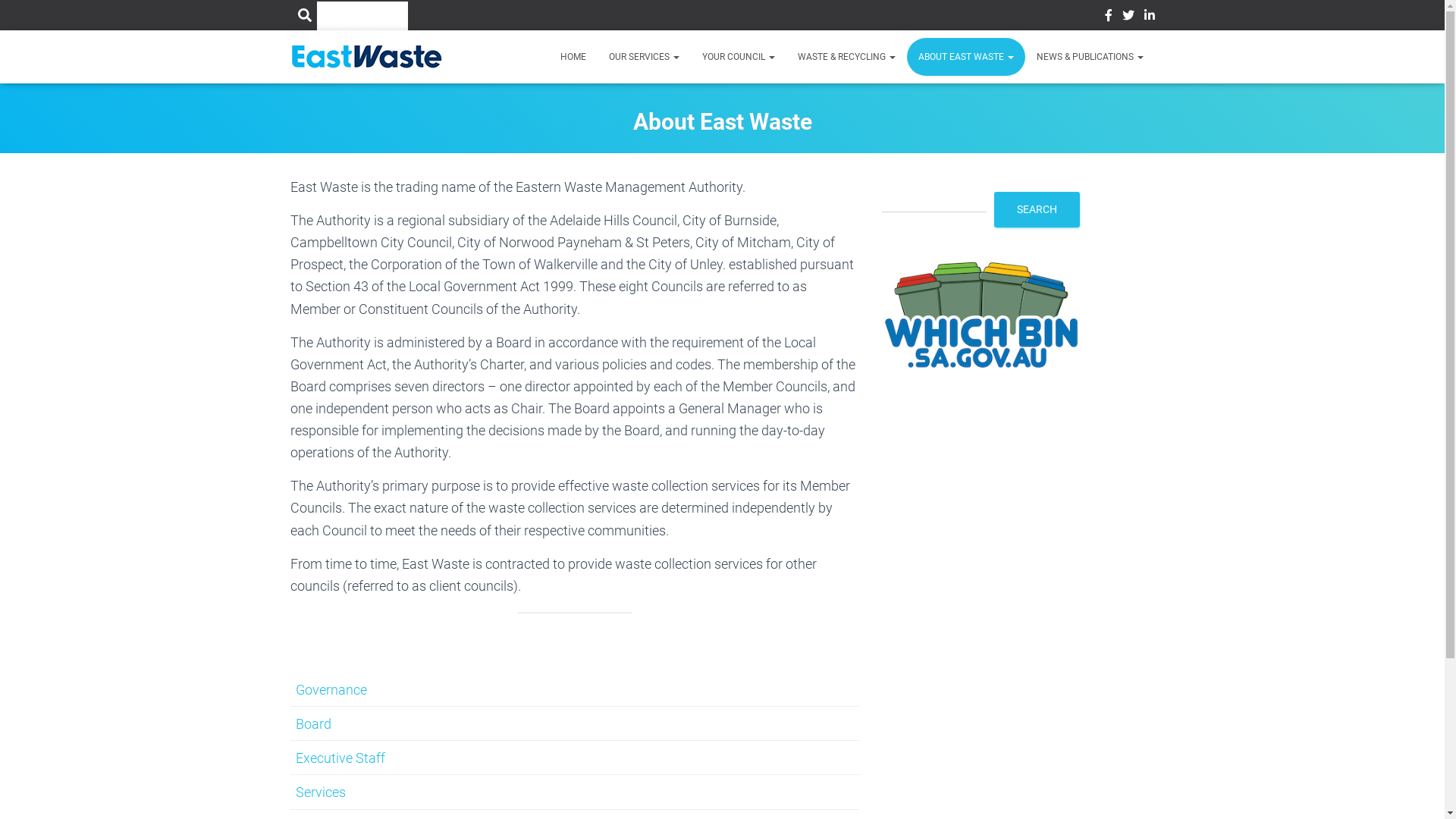 The height and width of the screenshot is (819, 1456). Describe the element at coordinates (1089, 55) in the screenshot. I see `'NEWS & PUBLICATIONS'` at that location.